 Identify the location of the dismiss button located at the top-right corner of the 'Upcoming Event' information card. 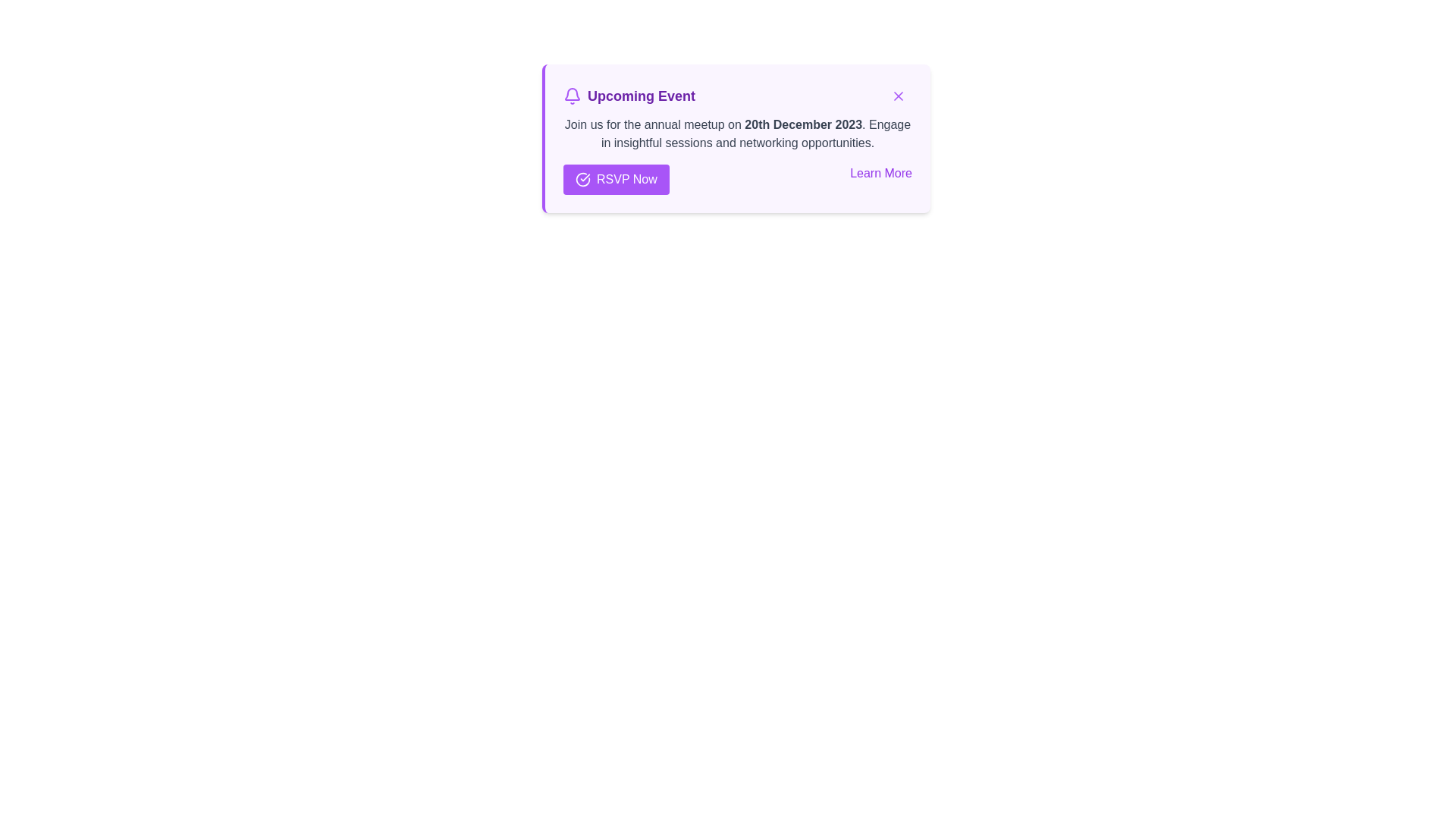
(899, 96).